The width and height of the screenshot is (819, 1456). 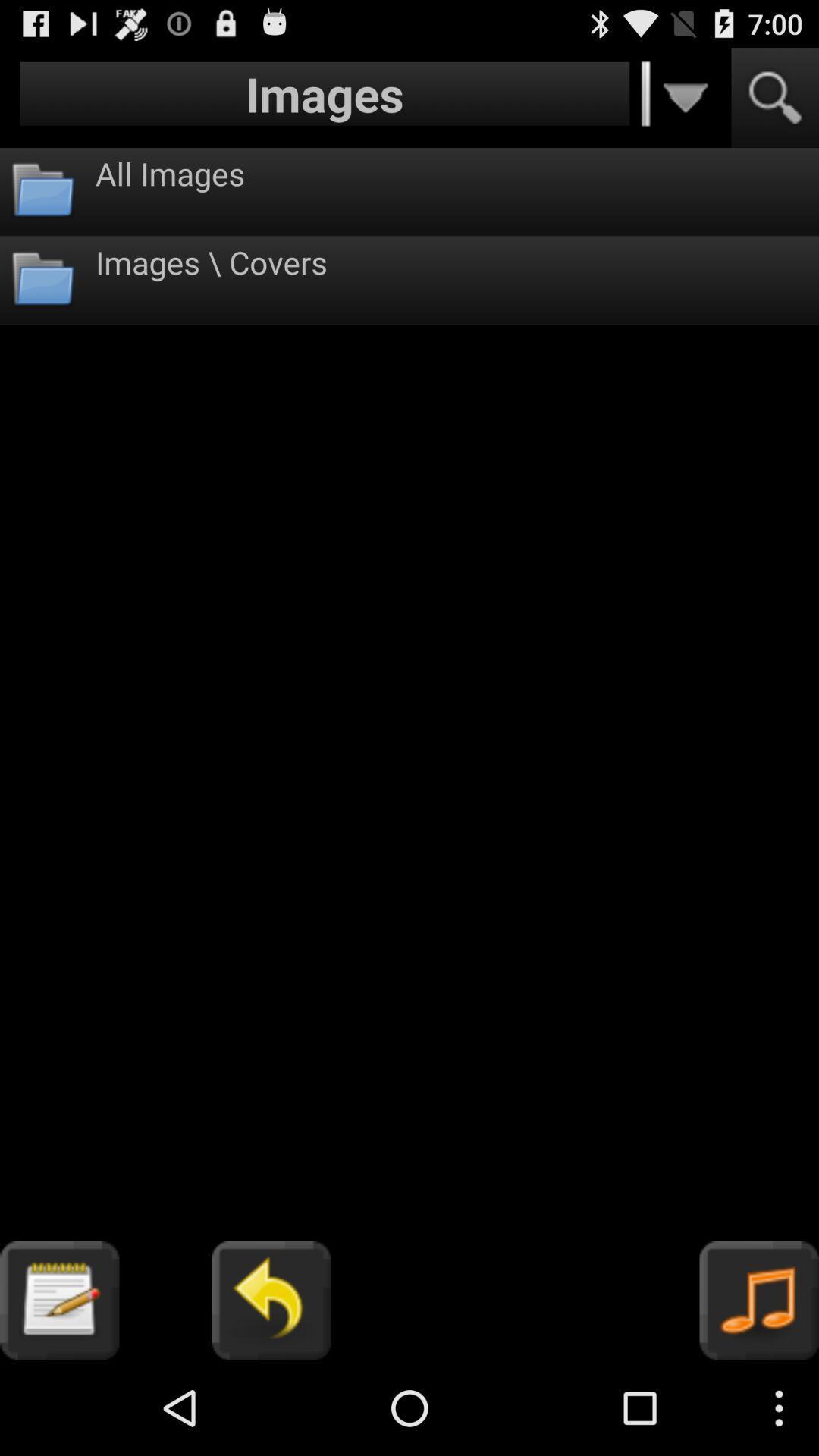 I want to click on the reply icon, so click(x=270, y=1392).